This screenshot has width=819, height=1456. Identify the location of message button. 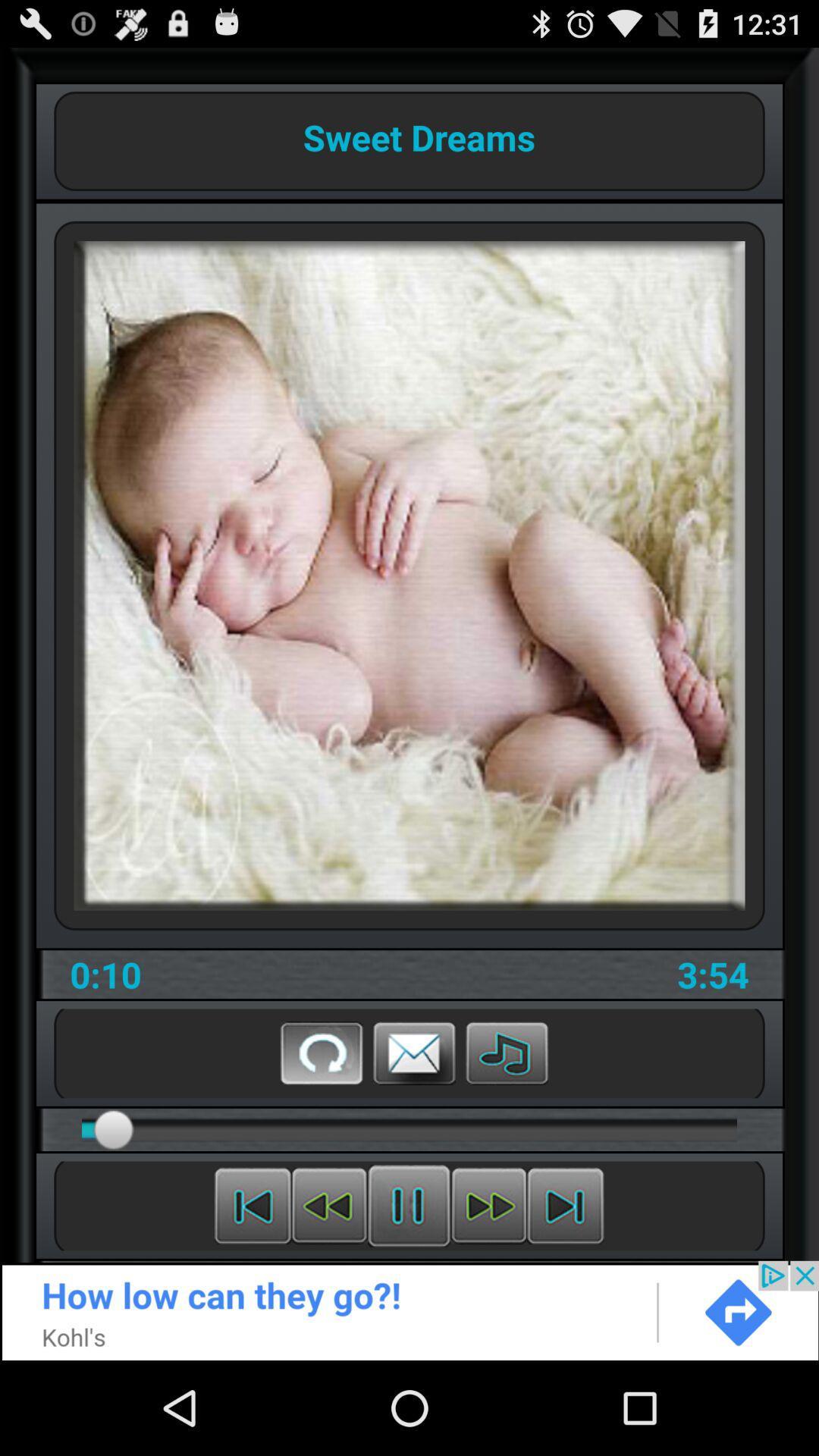
(414, 1052).